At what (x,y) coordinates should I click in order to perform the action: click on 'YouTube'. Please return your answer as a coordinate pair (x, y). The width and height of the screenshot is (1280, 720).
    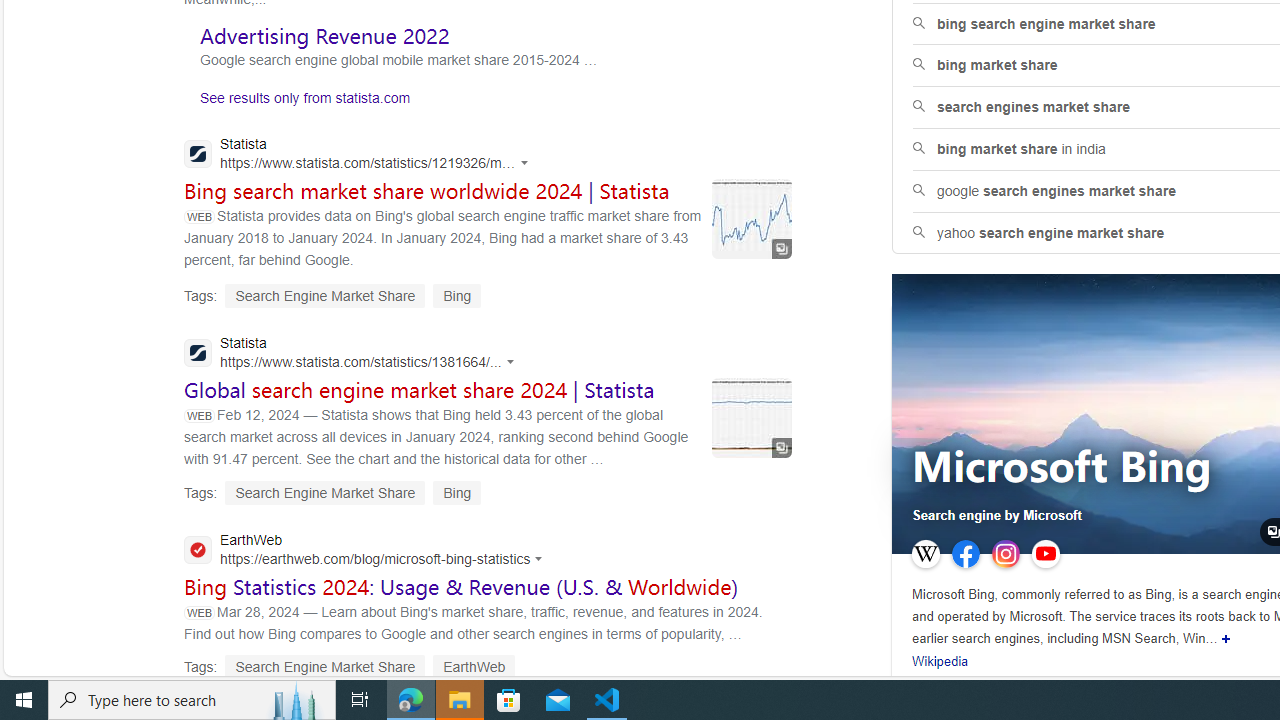
    Looking at the image, I should click on (1044, 554).